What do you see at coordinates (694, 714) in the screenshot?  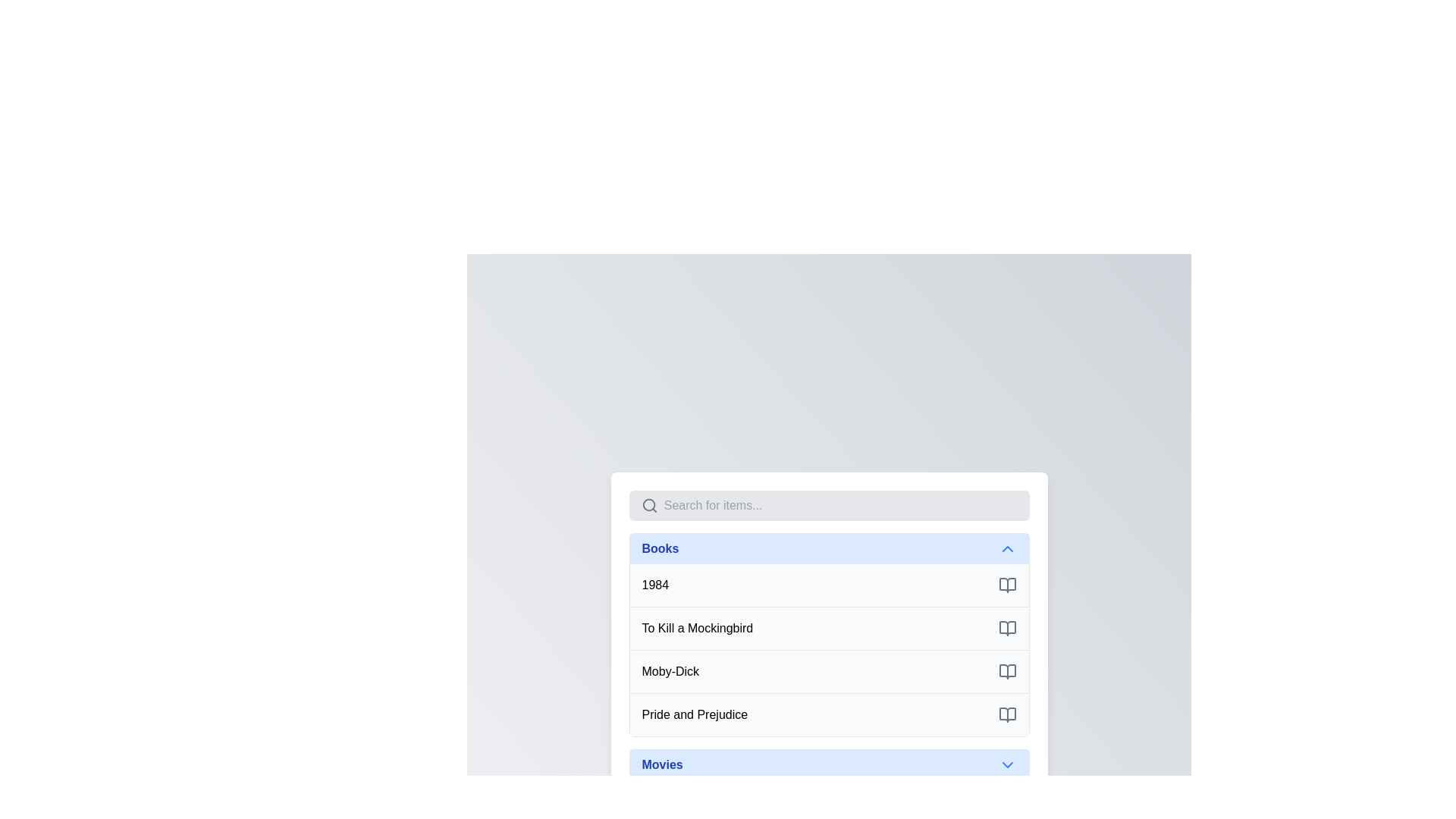 I see `the text label displaying 'Pride and Prejudice' located in the fourth position under the 'Books' section` at bounding box center [694, 714].